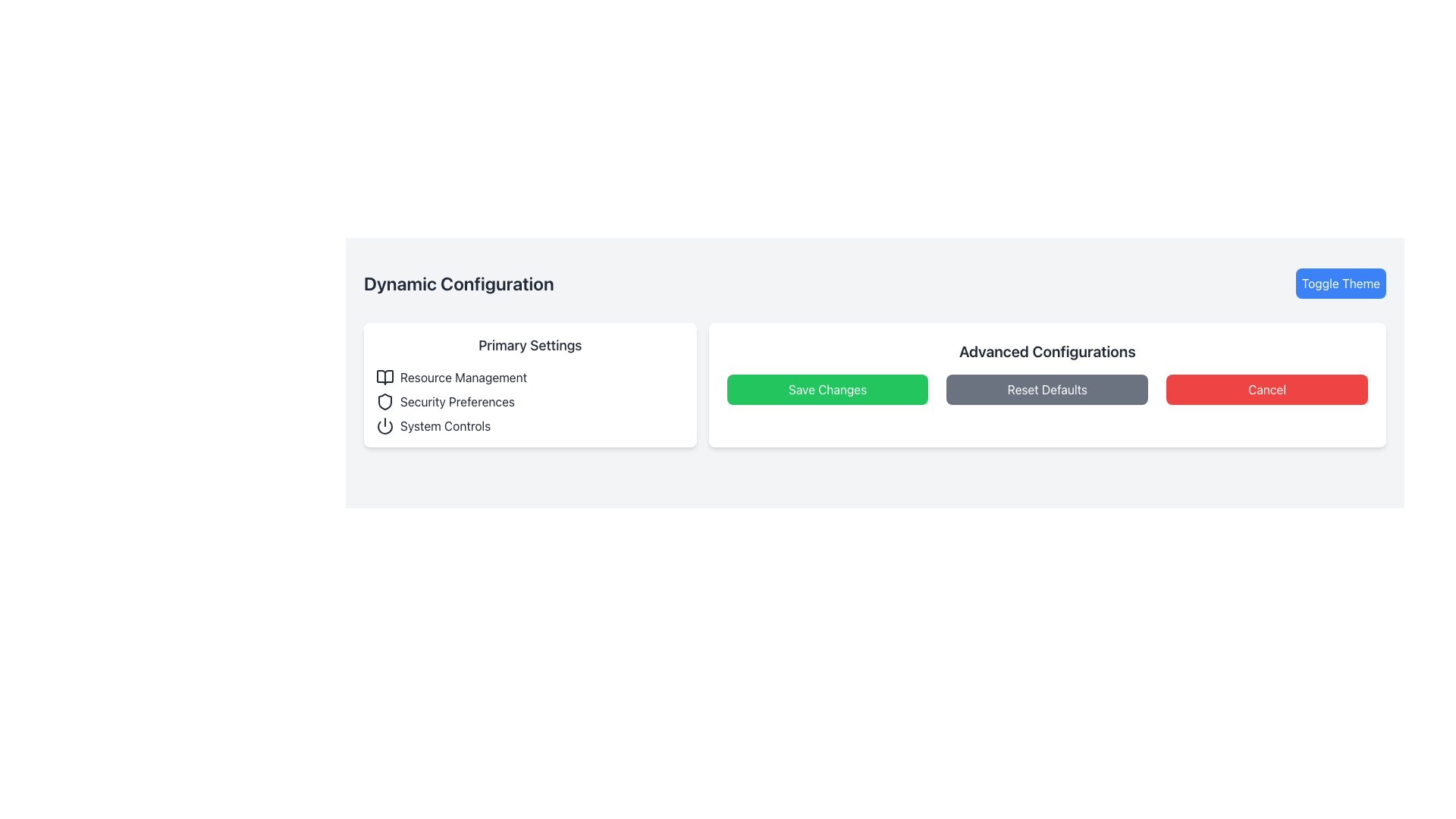 This screenshot has width=1456, height=819. Describe the element at coordinates (827, 388) in the screenshot. I see `the leftmost button in the horizontal arrangement of three buttons in the 'Advanced Configurations' section to observe a color change` at that location.